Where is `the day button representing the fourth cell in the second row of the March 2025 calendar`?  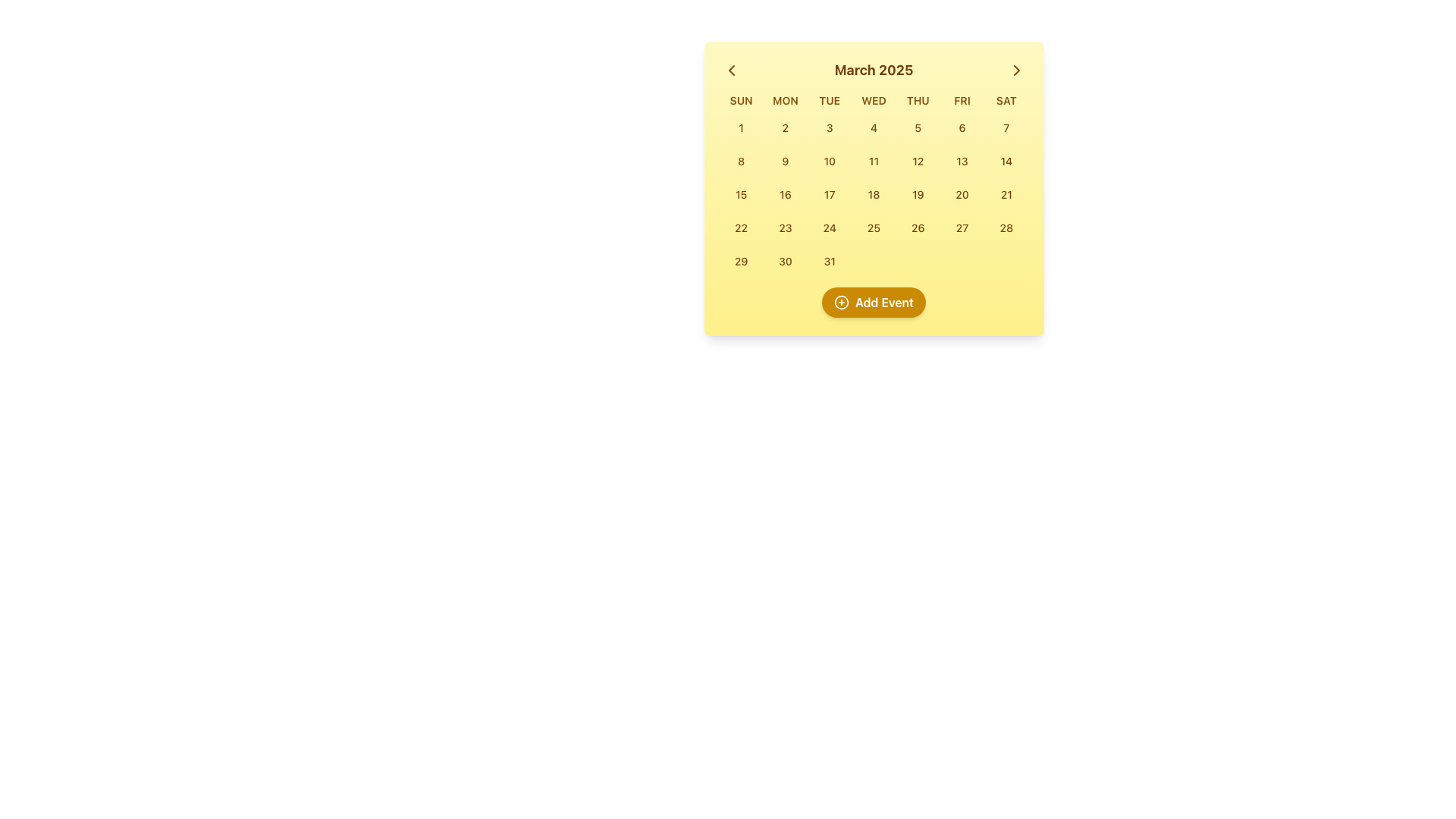
the day button representing the fourth cell in the second row of the March 2025 calendar is located at coordinates (917, 161).